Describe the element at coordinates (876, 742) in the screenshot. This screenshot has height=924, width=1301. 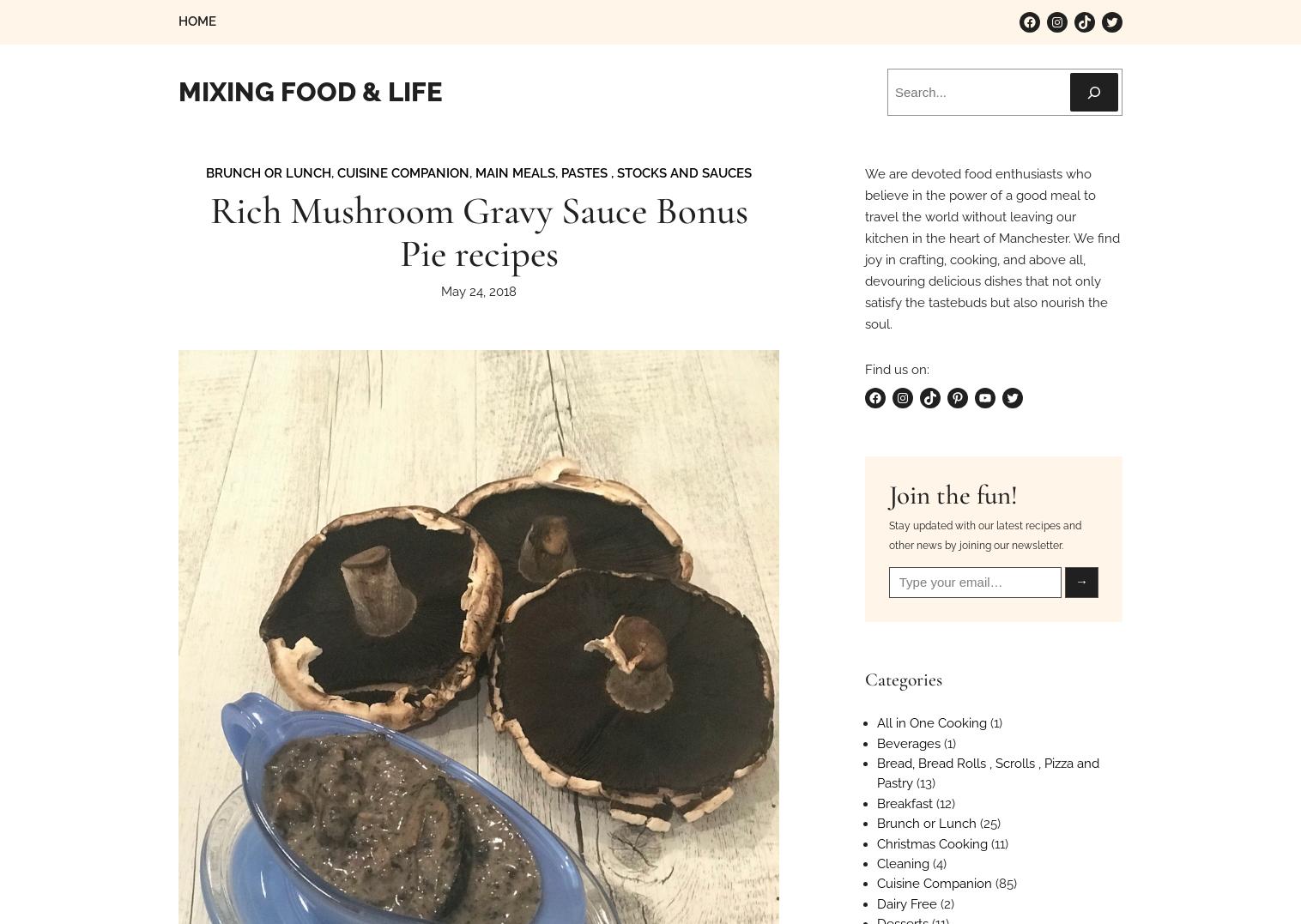
I see `'Beverages'` at that location.